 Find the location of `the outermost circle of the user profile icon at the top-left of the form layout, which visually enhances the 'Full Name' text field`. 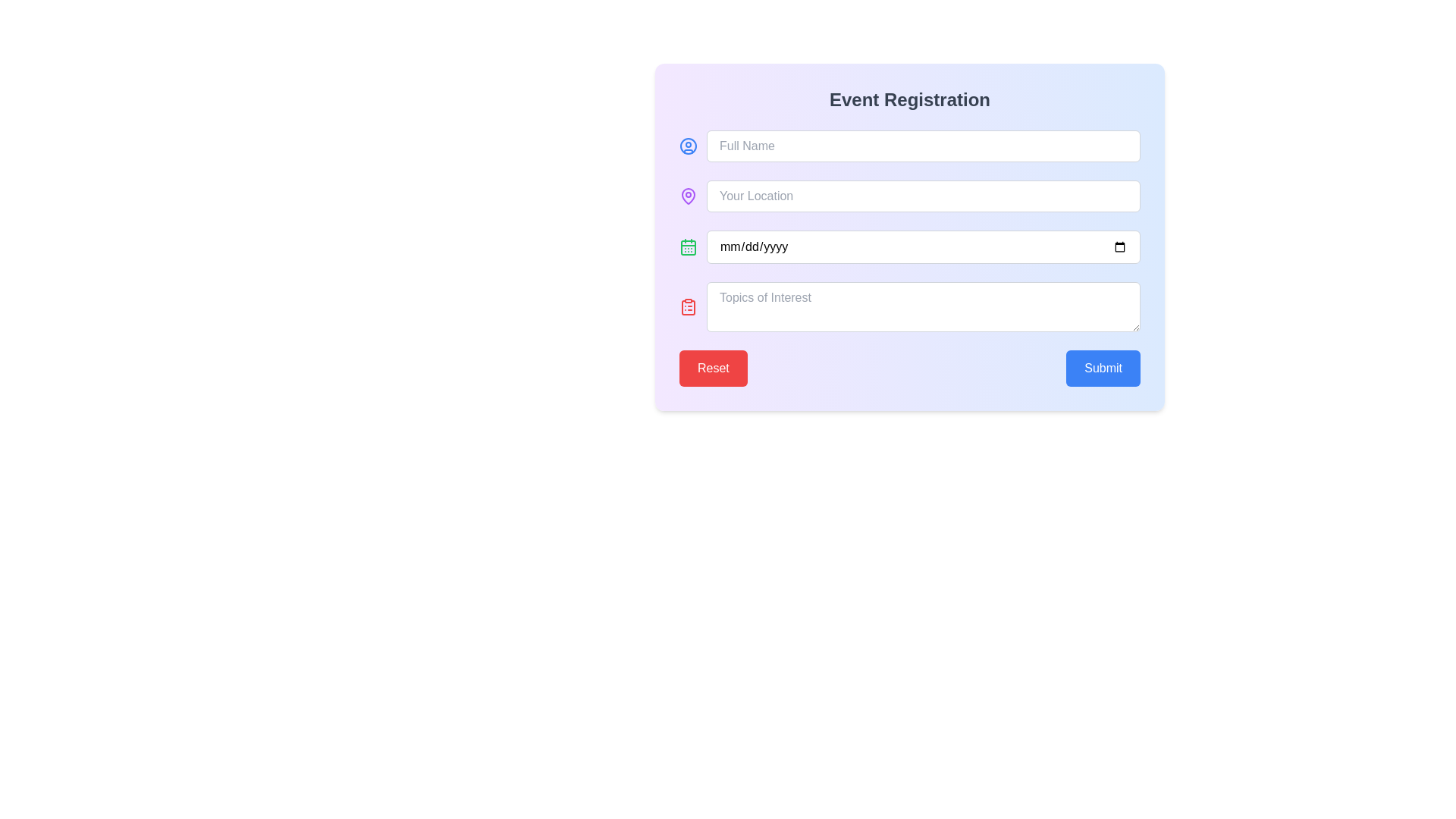

the outermost circle of the user profile icon at the top-left of the form layout, which visually enhances the 'Full Name' text field is located at coordinates (687, 146).